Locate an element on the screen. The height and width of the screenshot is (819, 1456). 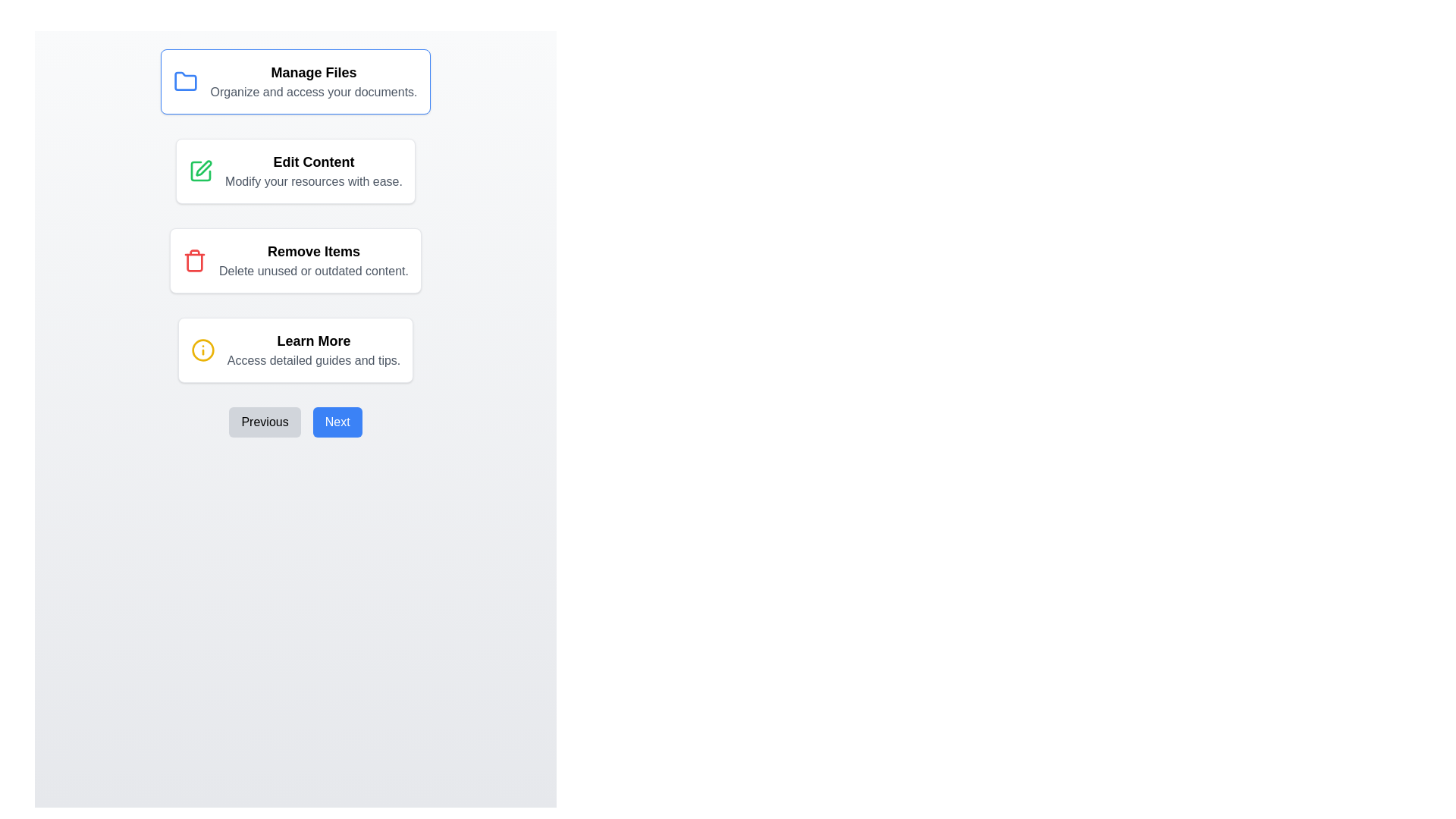
the 'Learn More' label, which serves as a heading for guides and tips, located in the last section of the stacked list of informational cards is located at coordinates (312, 341).